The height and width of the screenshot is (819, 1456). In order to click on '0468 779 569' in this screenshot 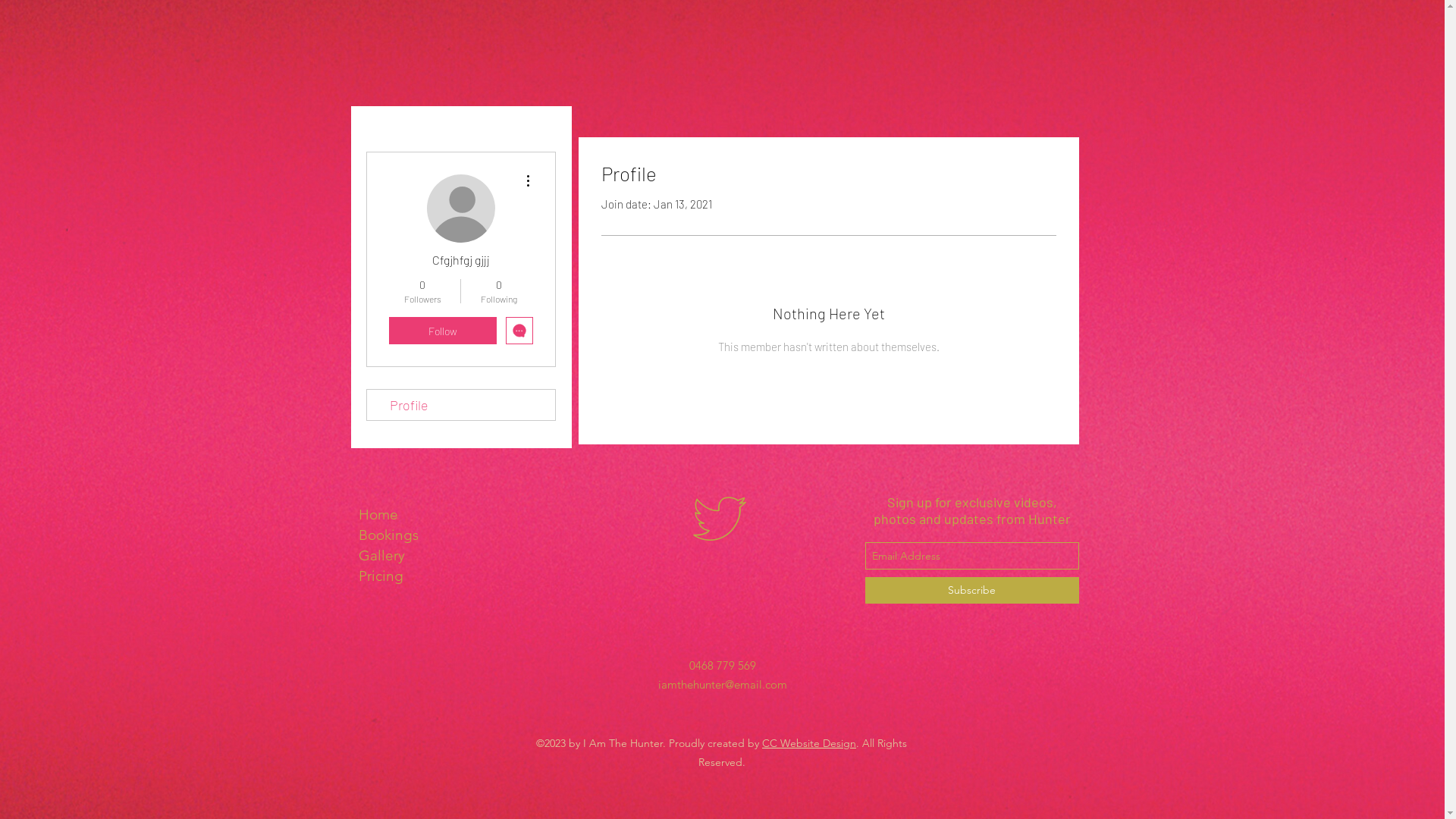, I will do `click(687, 664)`.